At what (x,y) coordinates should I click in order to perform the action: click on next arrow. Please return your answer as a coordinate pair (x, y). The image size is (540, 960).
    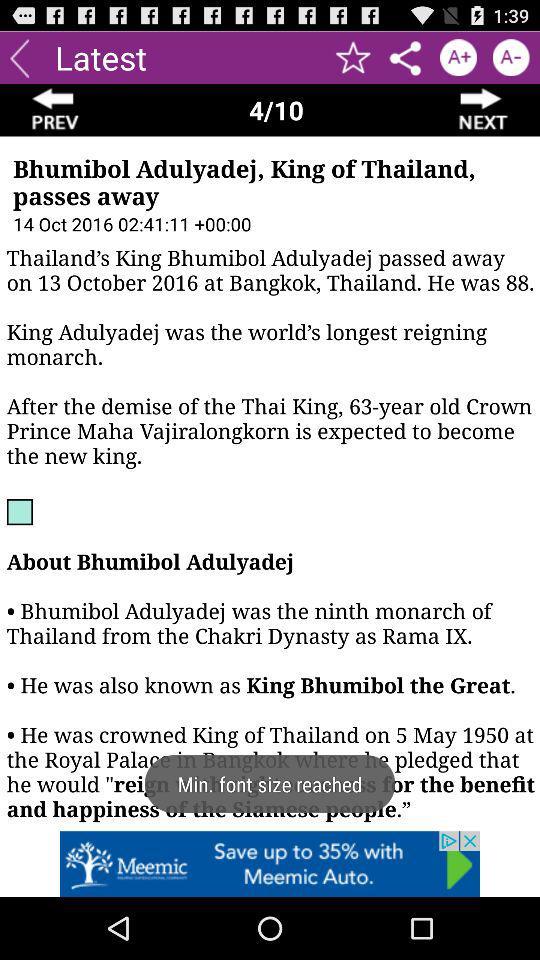
    Looking at the image, I should click on (483, 110).